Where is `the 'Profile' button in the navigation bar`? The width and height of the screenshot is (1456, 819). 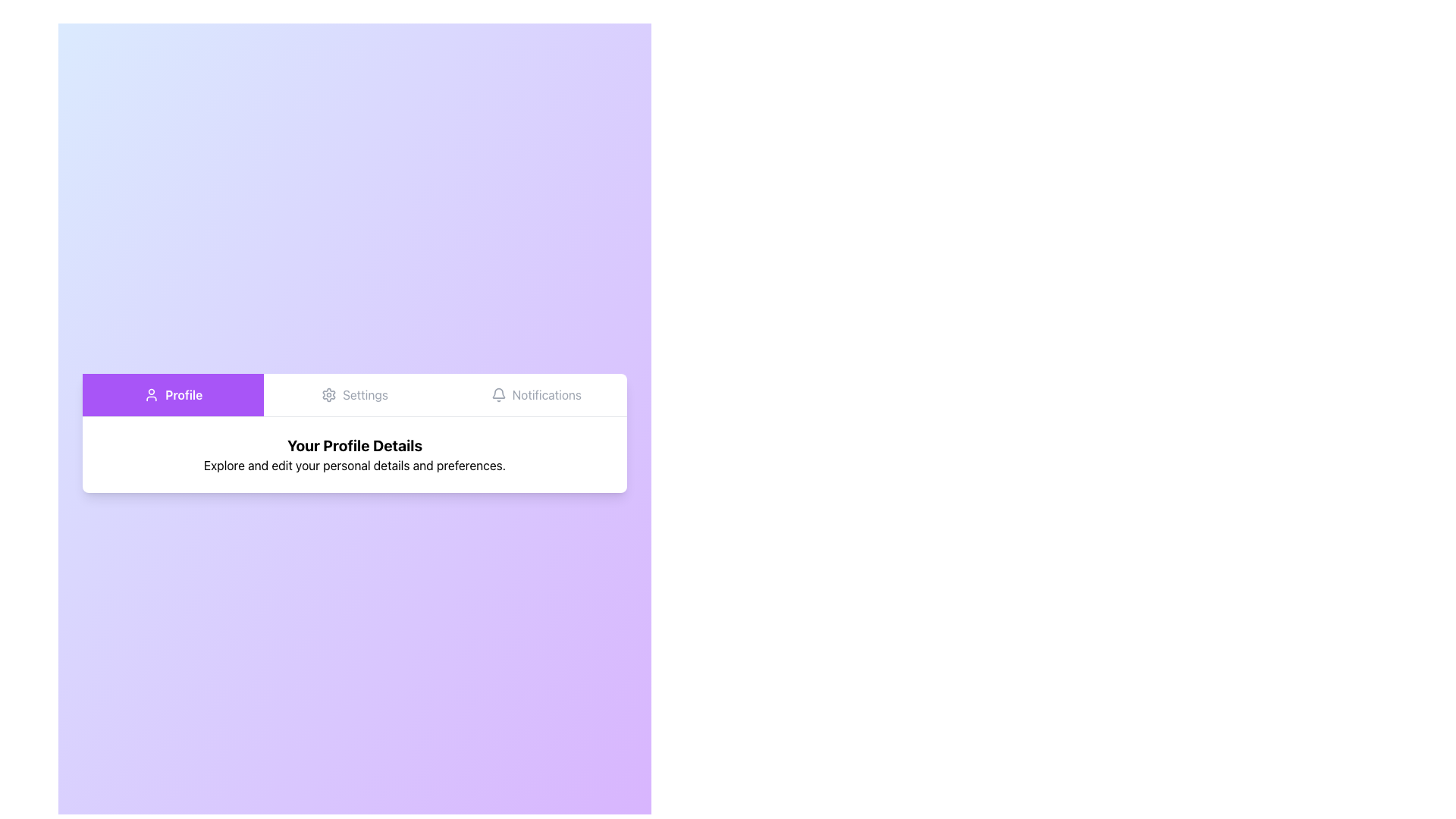 the 'Profile' button in the navigation bar is located at coordinates (173, 394).